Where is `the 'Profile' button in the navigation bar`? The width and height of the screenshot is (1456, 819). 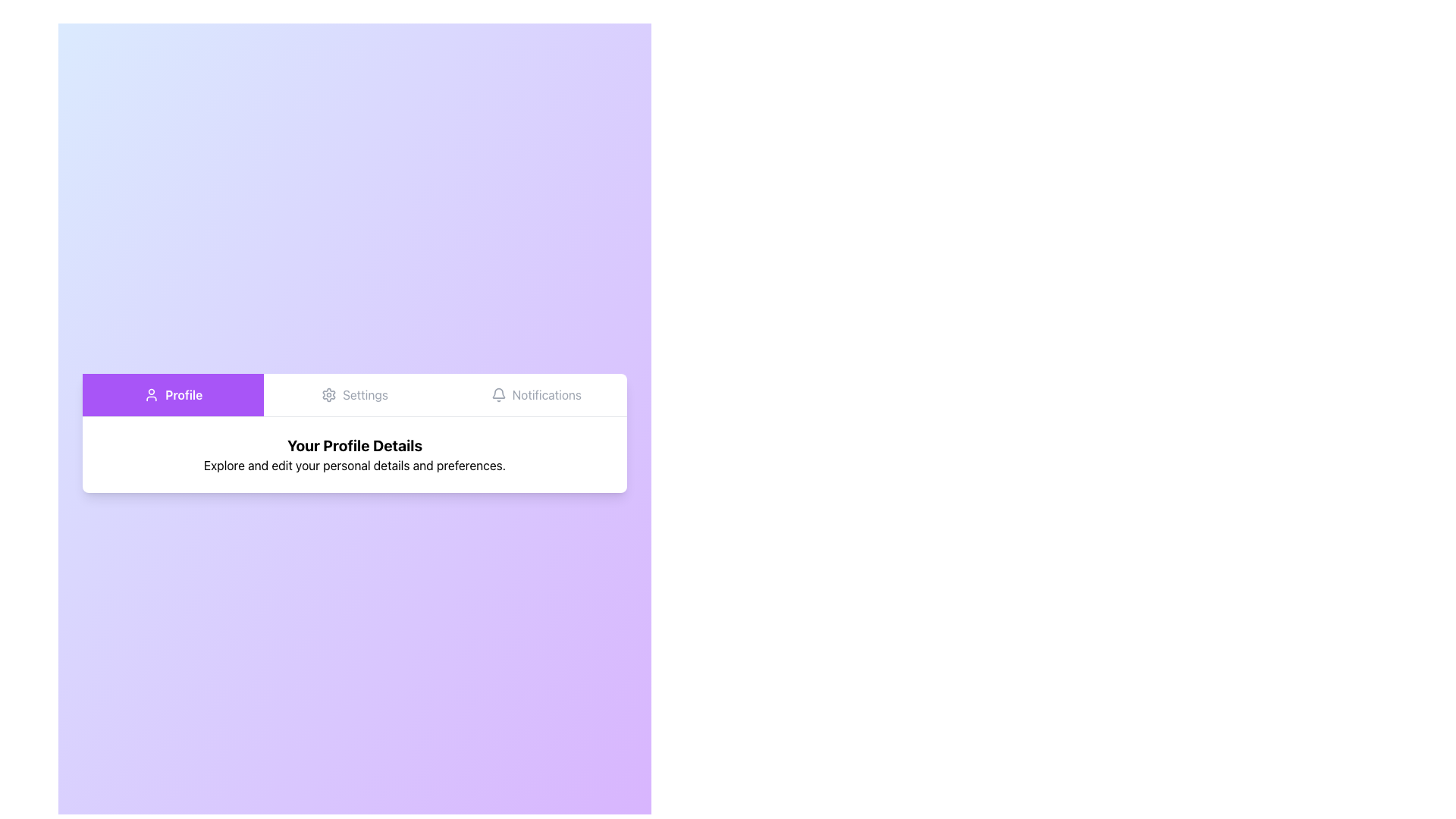 the 'Profile' button in the navigation bar is located at coordinates (173, 394).